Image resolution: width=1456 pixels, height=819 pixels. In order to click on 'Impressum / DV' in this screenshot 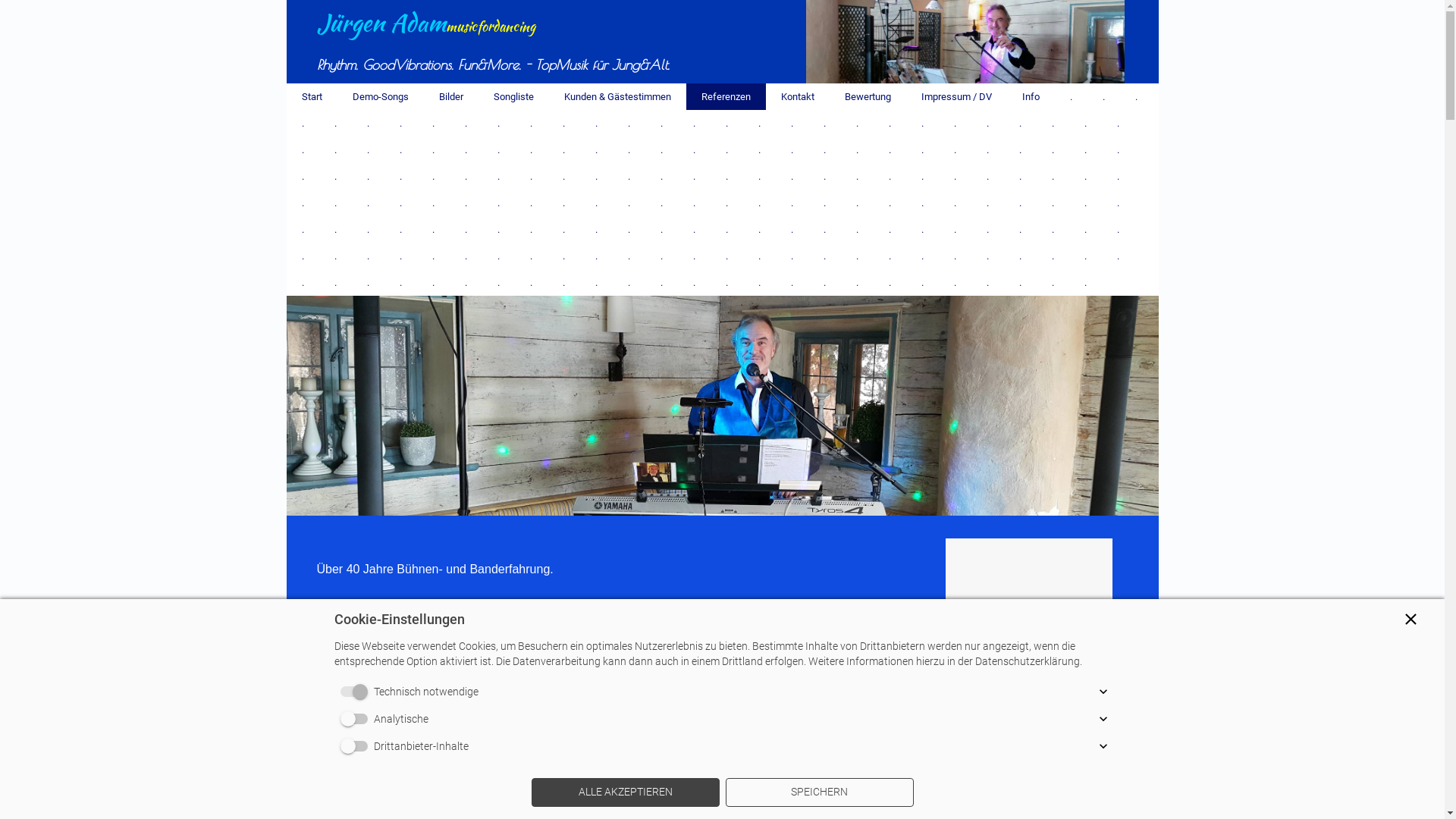, I will do `click(955, 96)`.